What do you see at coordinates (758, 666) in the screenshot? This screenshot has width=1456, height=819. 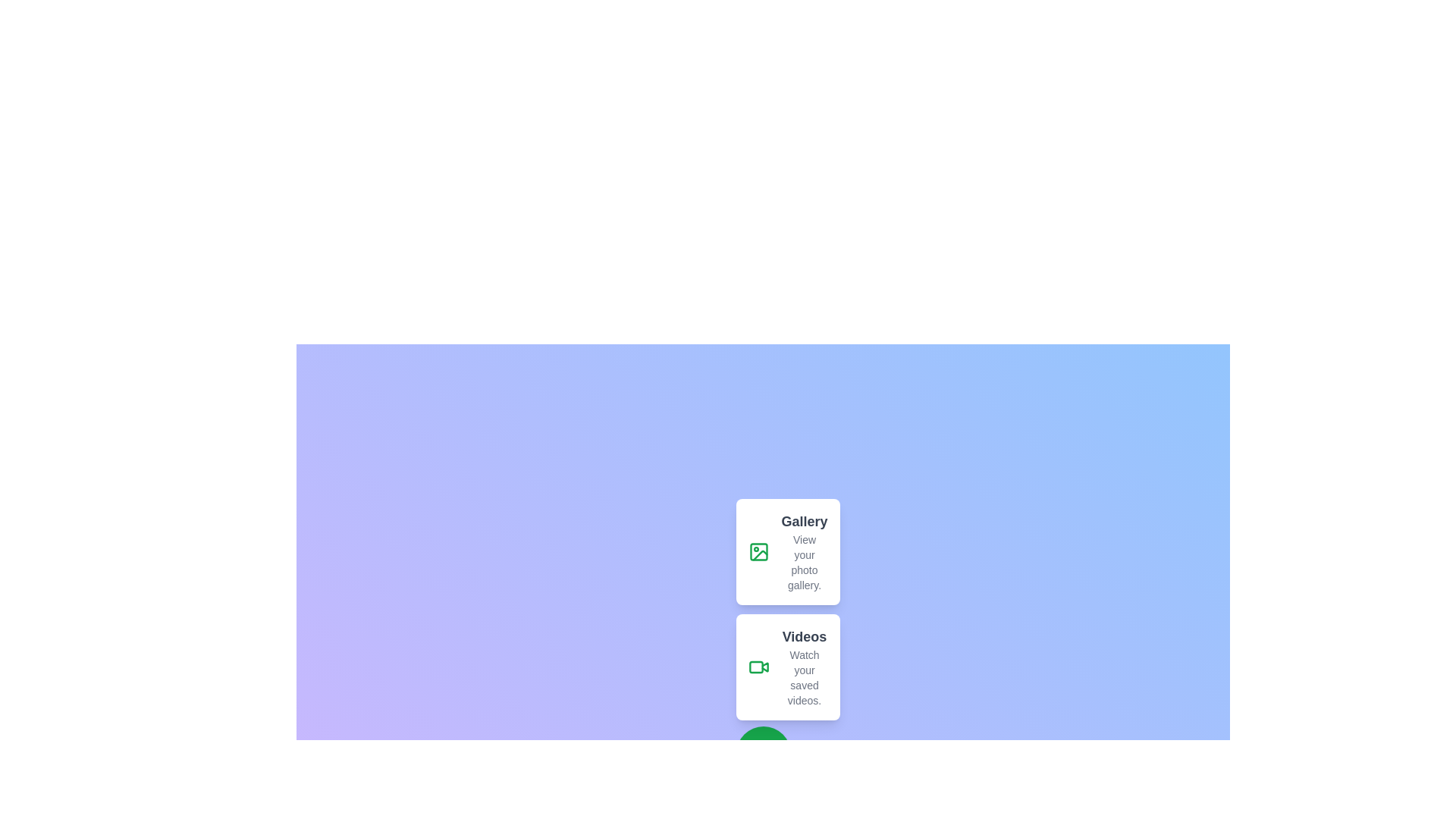 I see `the icon labeled Videos to inspect its visual feedback` at bounding box center [758, 666].